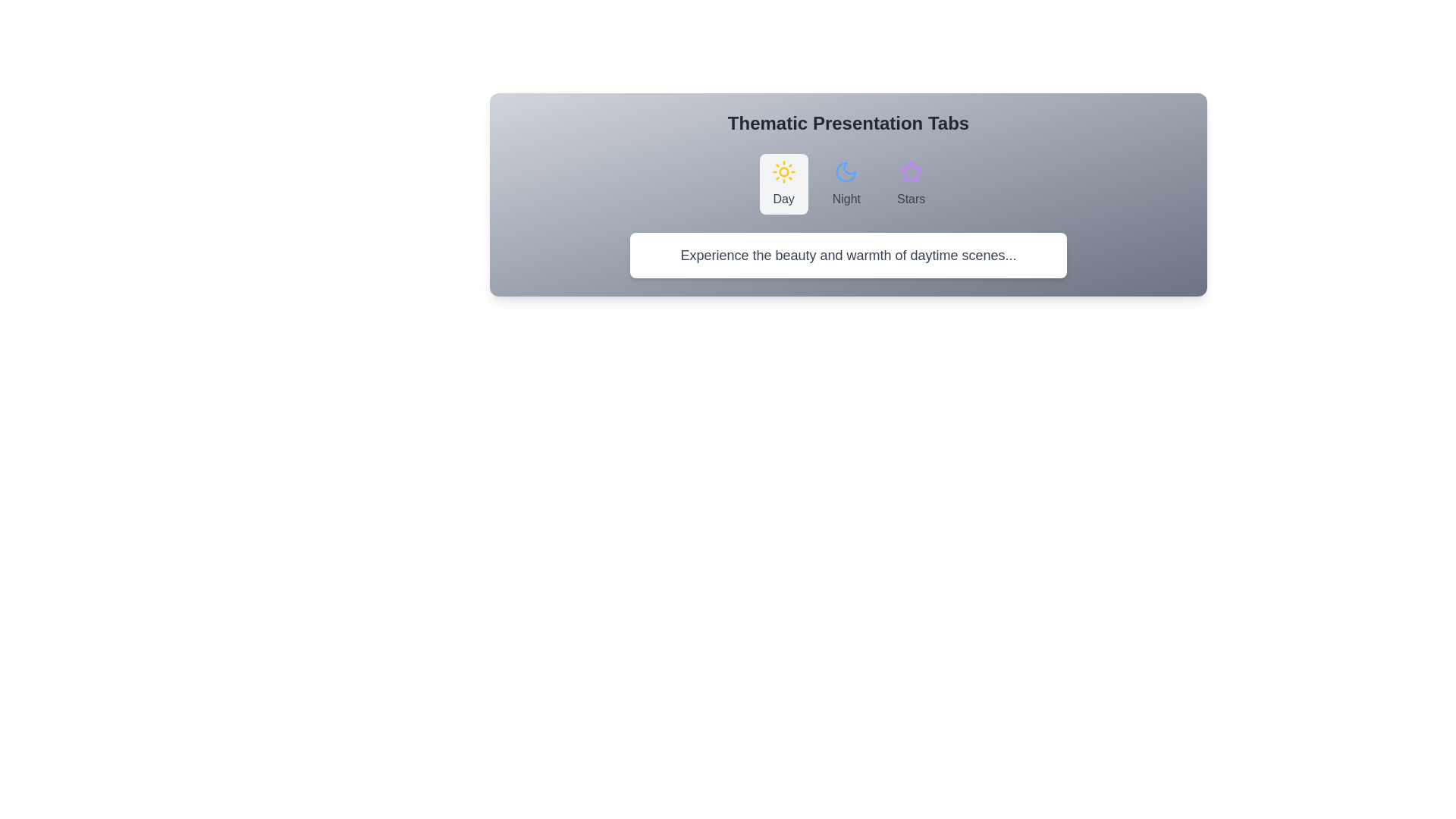 This screenshot has height=819, width=1456. Describe the element at coordinates (910, 184) in the screenshot. I see `the tab labeled Stars` at that location.